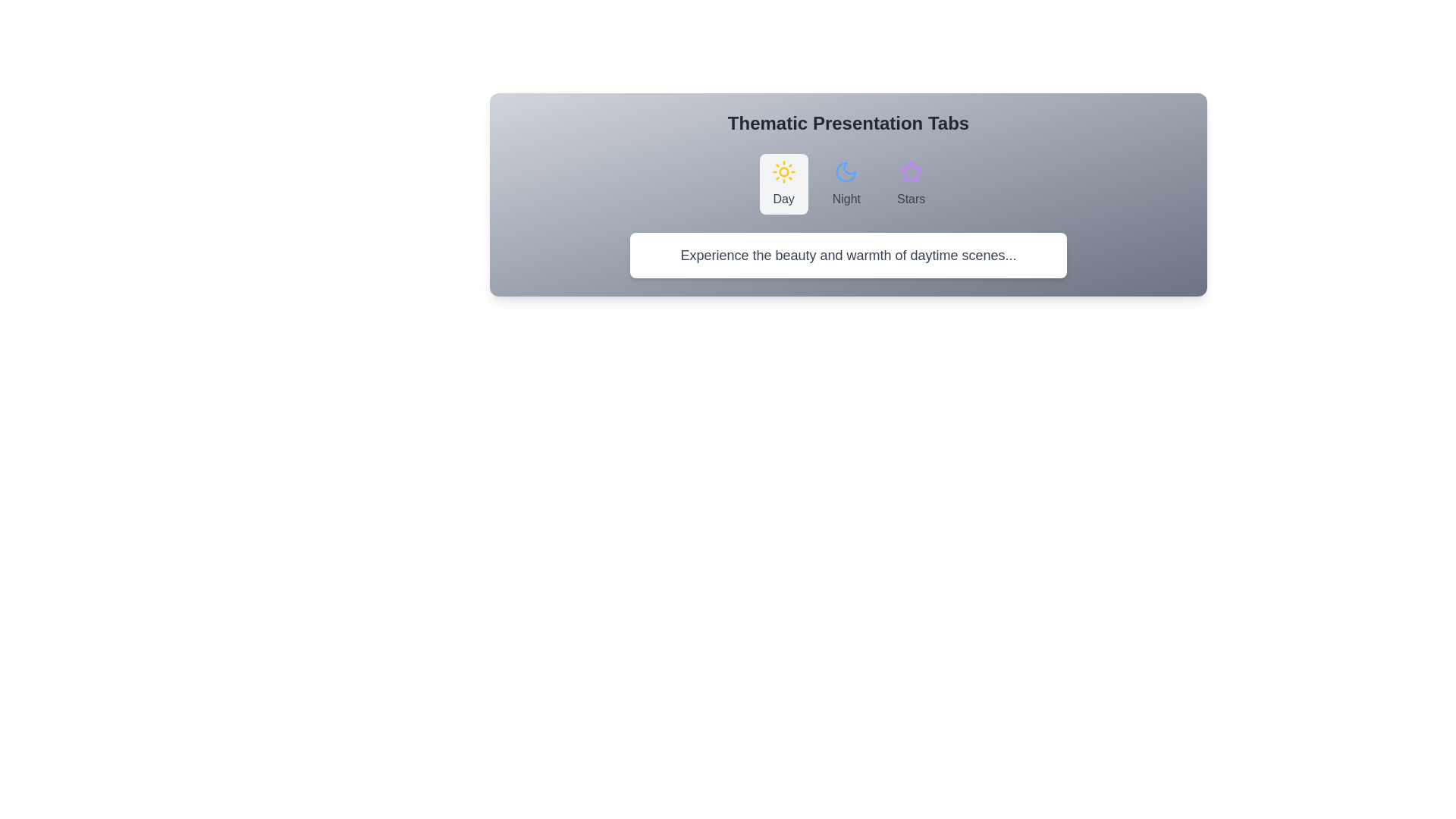 This screenshot has height=819, width=1456. Describe the element at coordinates (910, 184) in the screenshot. I see `the tab labeled Stars` at that location.